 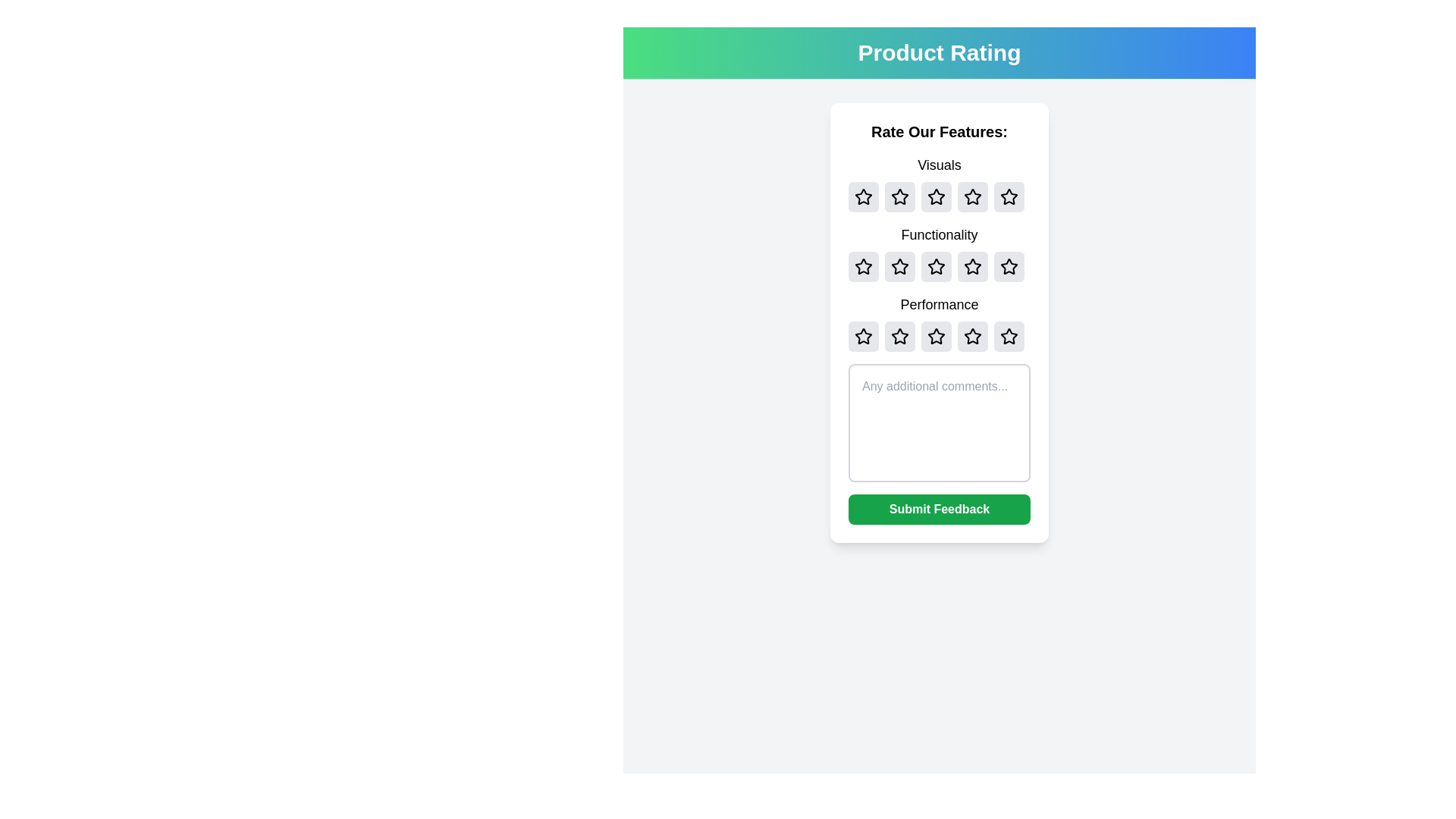 What do you see at coordinates (1009, 196) in the screenshot?
I see `the fifth star rating button with a gray background and the number '5'` at bounding box center [1009, 196].